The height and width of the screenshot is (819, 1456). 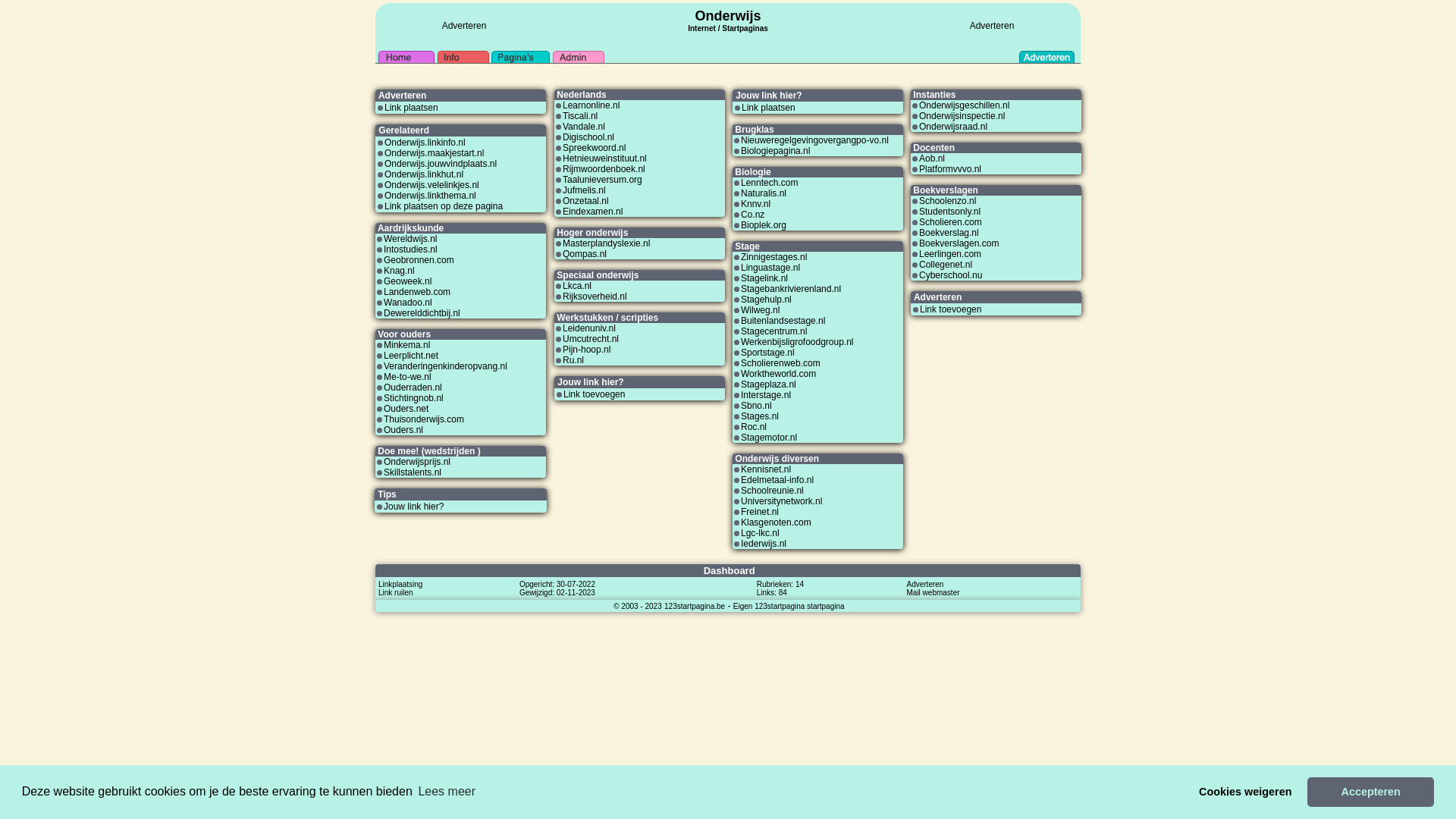 I want to click on 'Link ruilen', so click(x=396, y=591).